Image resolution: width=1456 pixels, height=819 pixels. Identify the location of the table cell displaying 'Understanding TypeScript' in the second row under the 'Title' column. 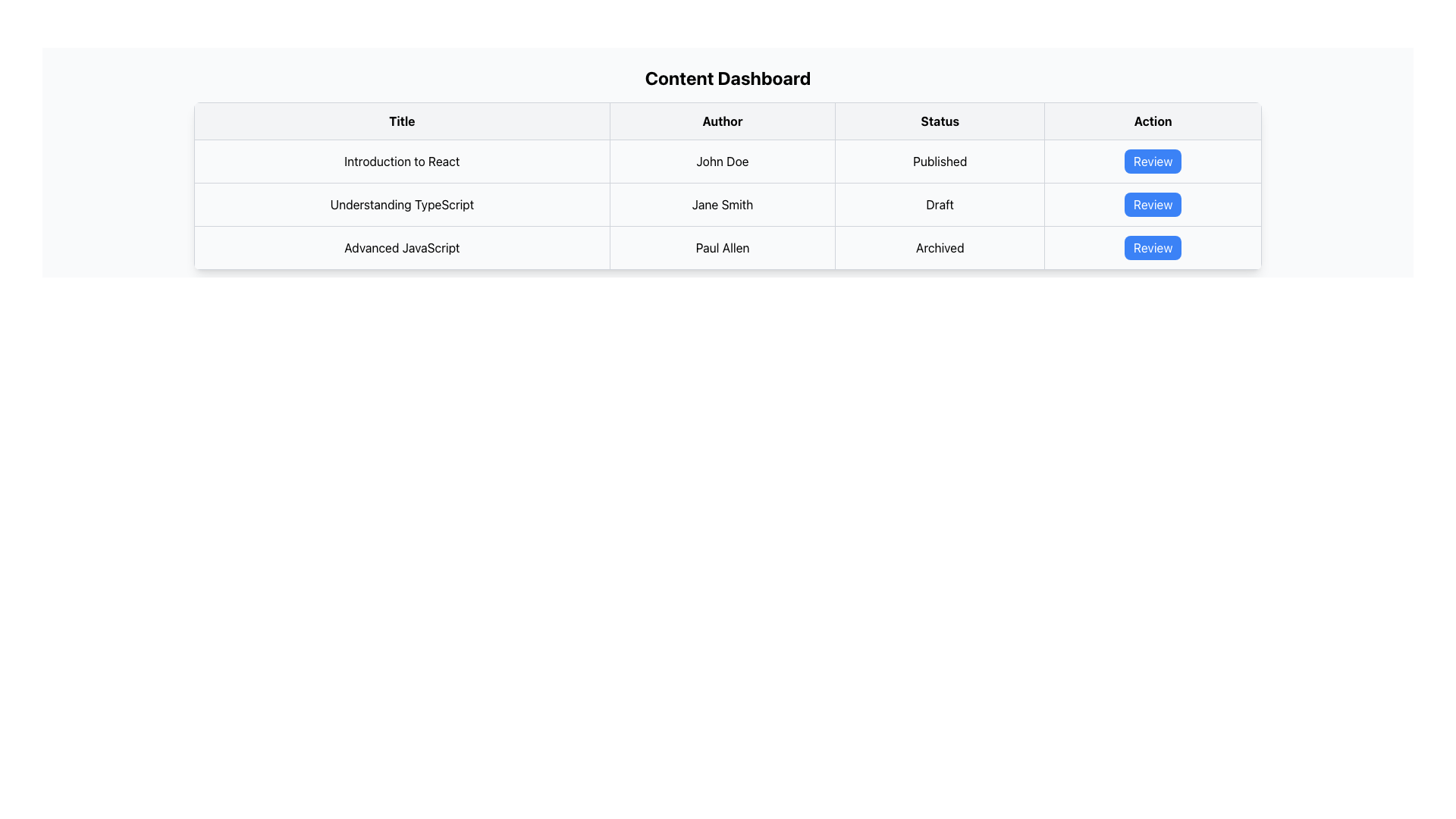
(402, 205).